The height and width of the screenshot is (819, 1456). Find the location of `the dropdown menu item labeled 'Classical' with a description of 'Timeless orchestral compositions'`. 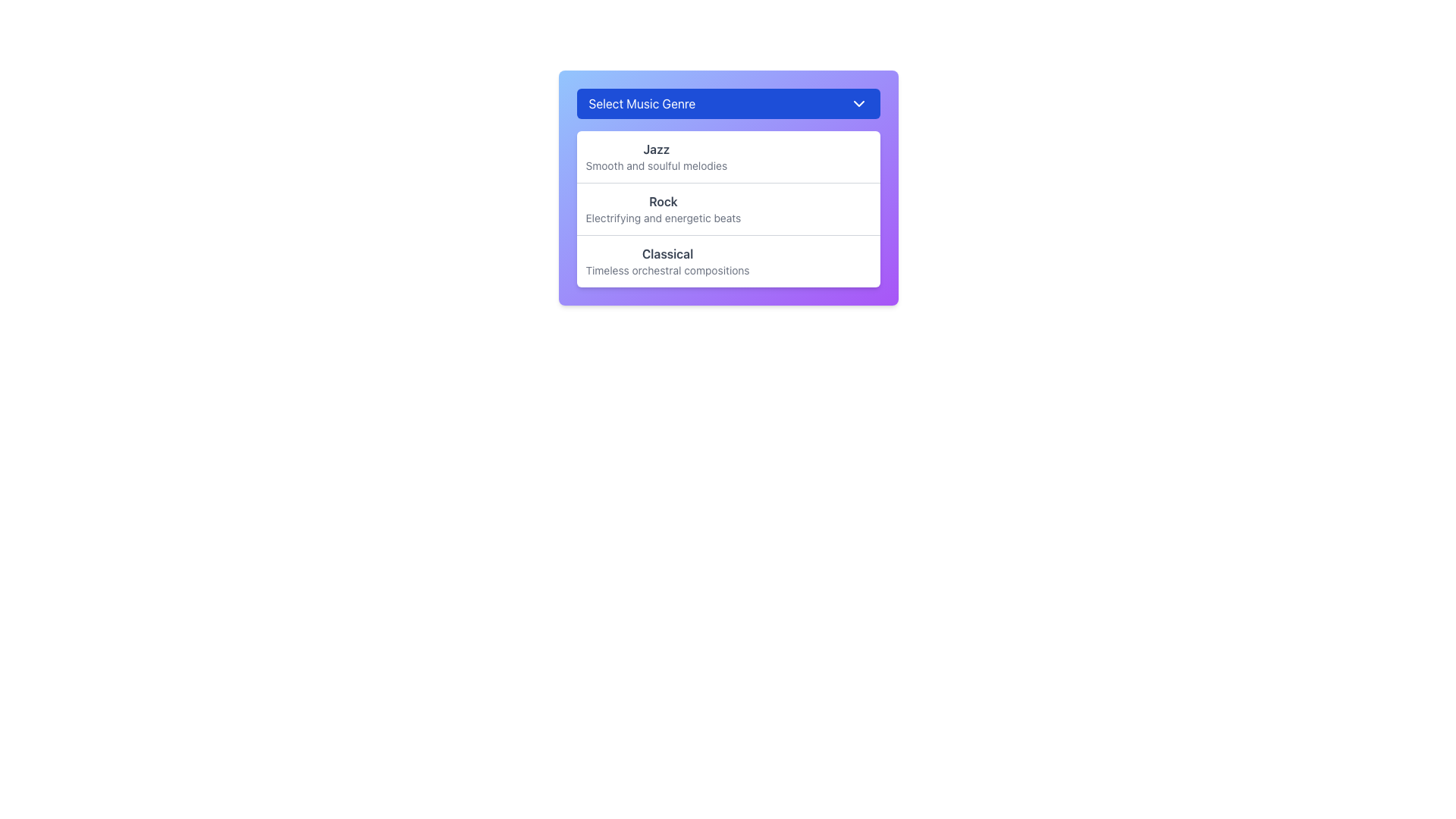

the dropdown menu item labeled 'Classical' with a description of 'Timeless orchestral compositions' is located at coordinates (728, 260).